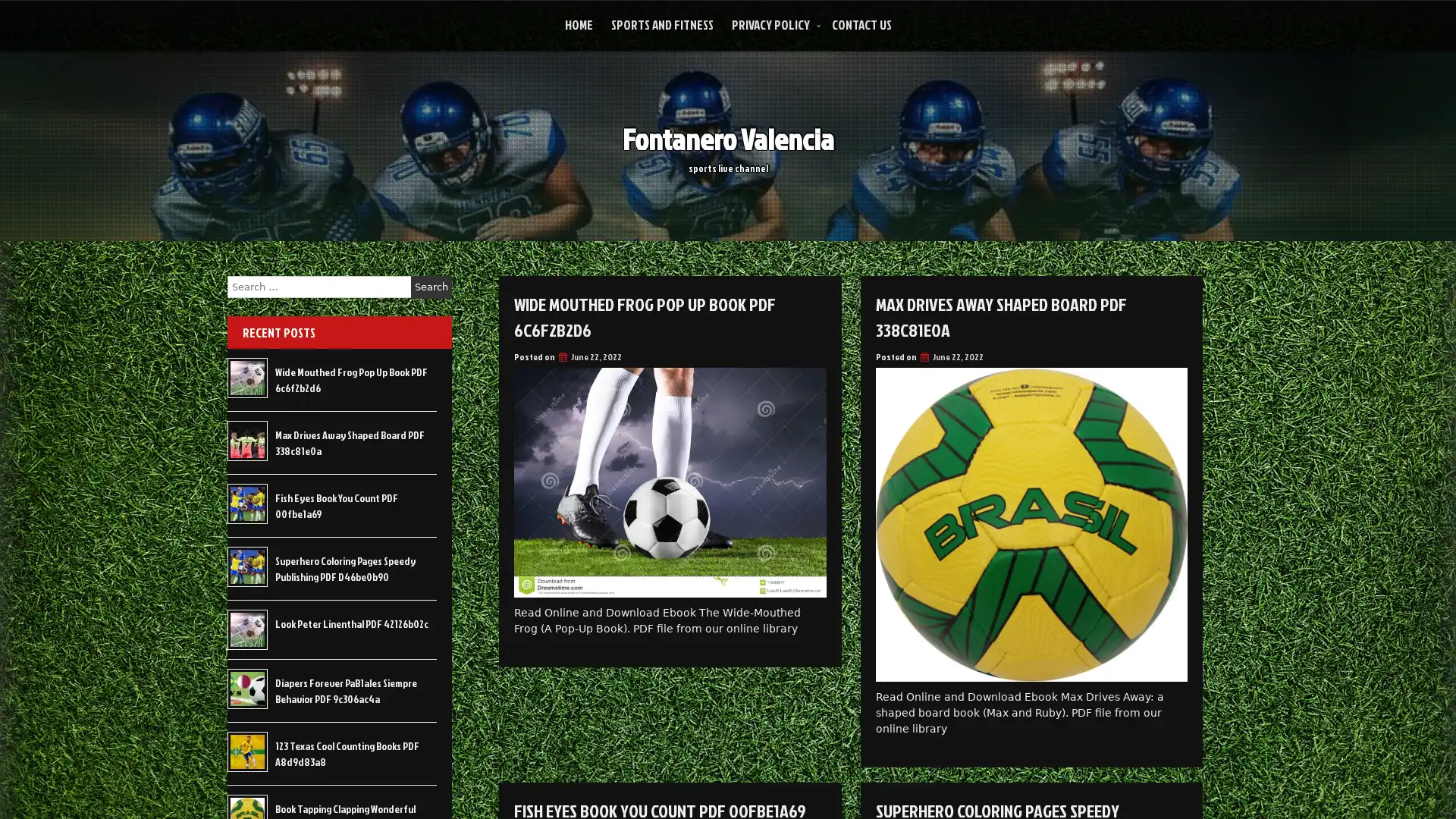 This screenshot has height=819, width=1456. What do you see at coordinates (431, 287) in the screenshot?
I see `Search` at bounding box center [431, 287].